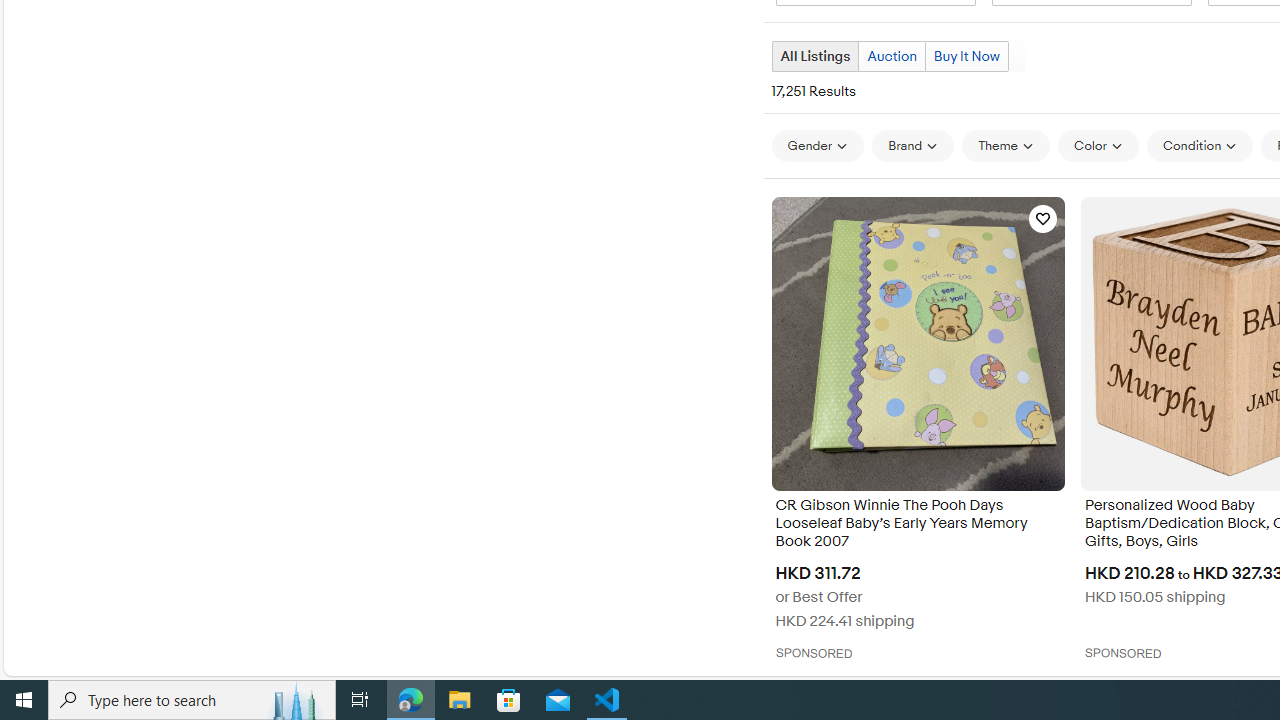 This screenshot has width=1280, height=720. Describe the element at coordinates (1097, 144) in the screenshot. I see `'Color'` at that location.